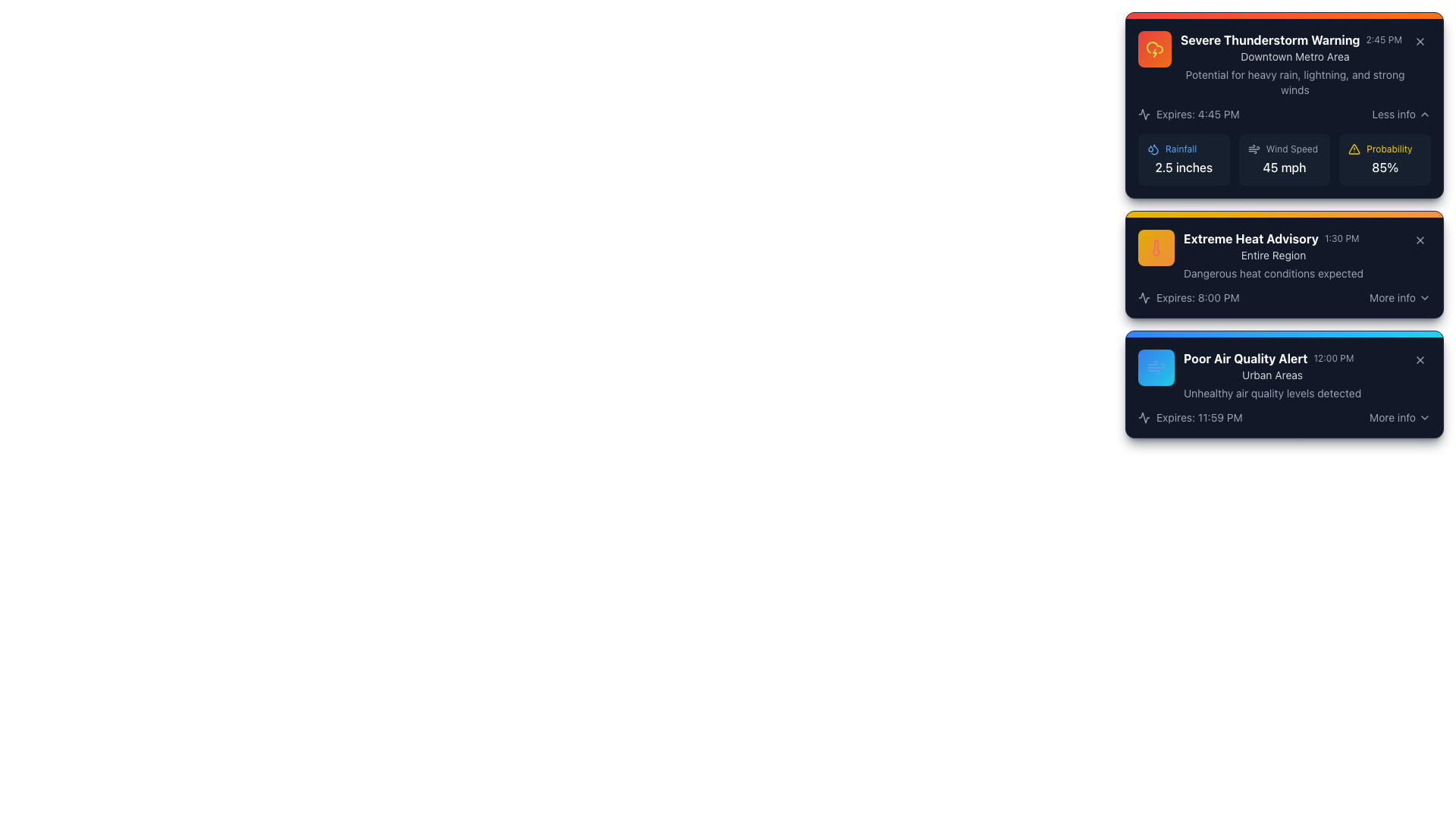  What do you see at coordinates (1144, 298) in the screenshot?
I see `the expiration icon located to the left of the text 'Expires: 8:00 PM' within the second notification card of the alert cards` at bounding box center [1144, 298].